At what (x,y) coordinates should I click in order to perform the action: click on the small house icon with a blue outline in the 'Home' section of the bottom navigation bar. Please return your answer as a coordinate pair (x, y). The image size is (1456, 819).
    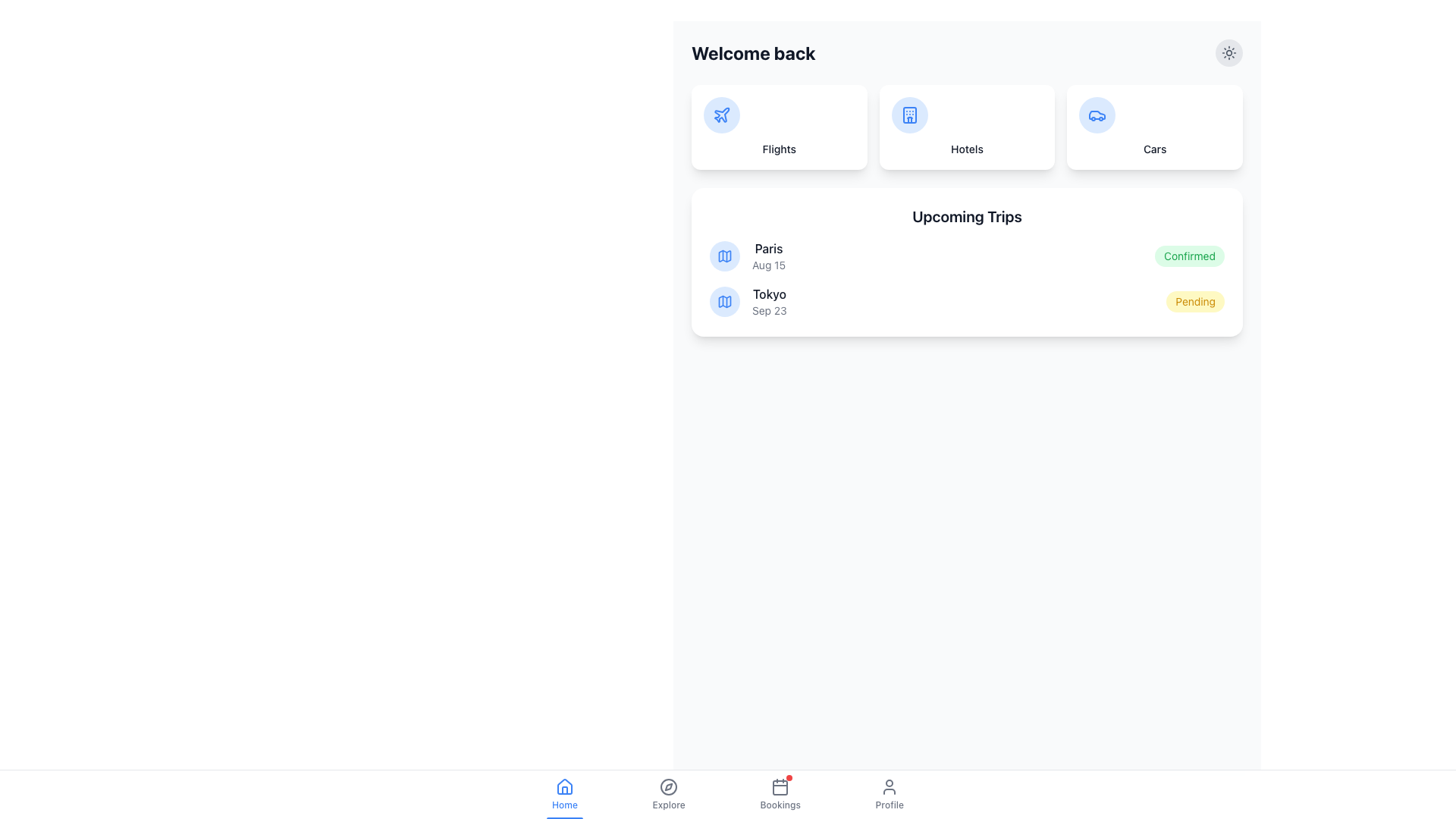
    Looking at the image, I should click on (563, 786).